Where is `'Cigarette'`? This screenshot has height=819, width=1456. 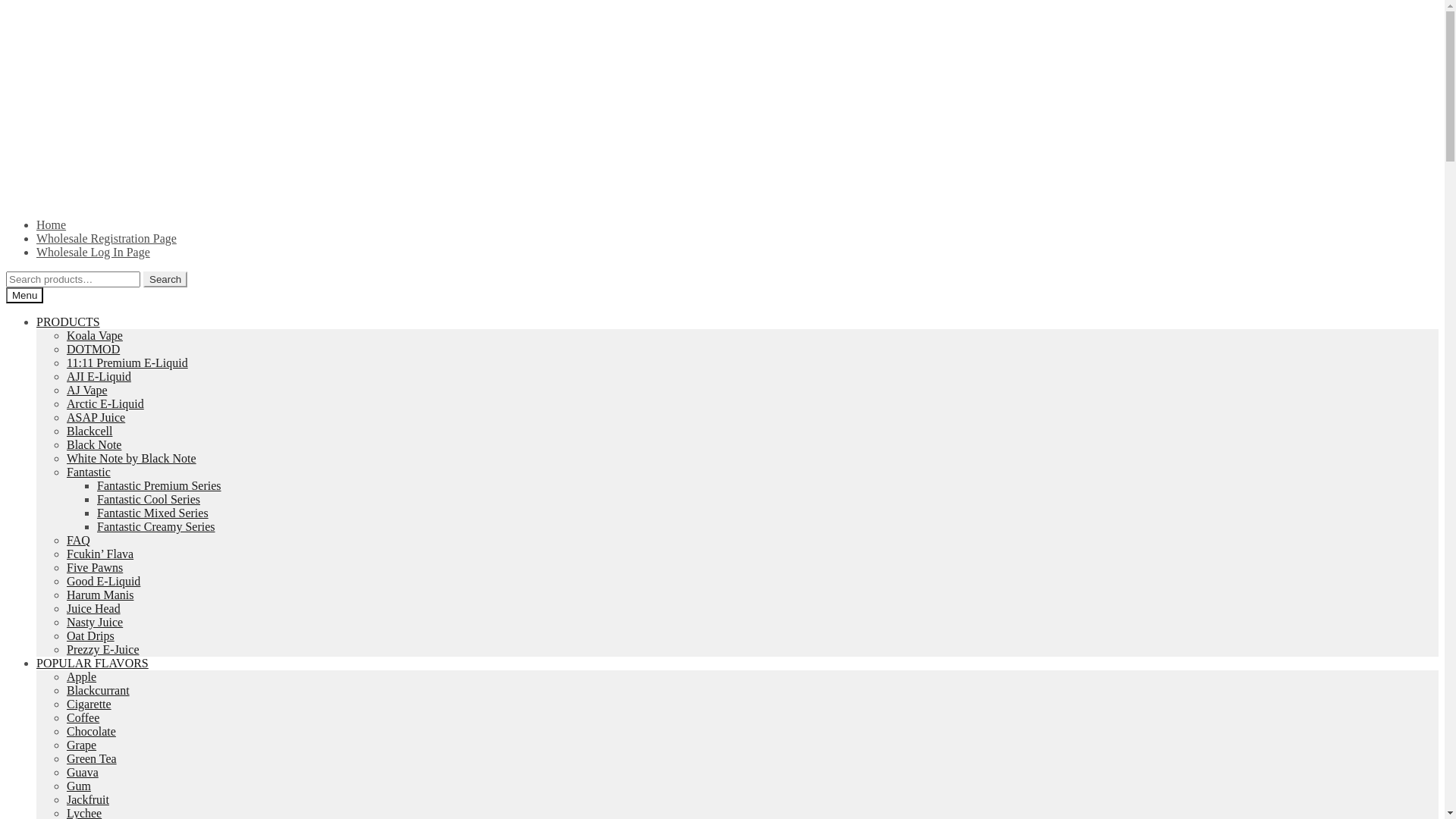
'Cigarette' is located at coordinates (88, 704).